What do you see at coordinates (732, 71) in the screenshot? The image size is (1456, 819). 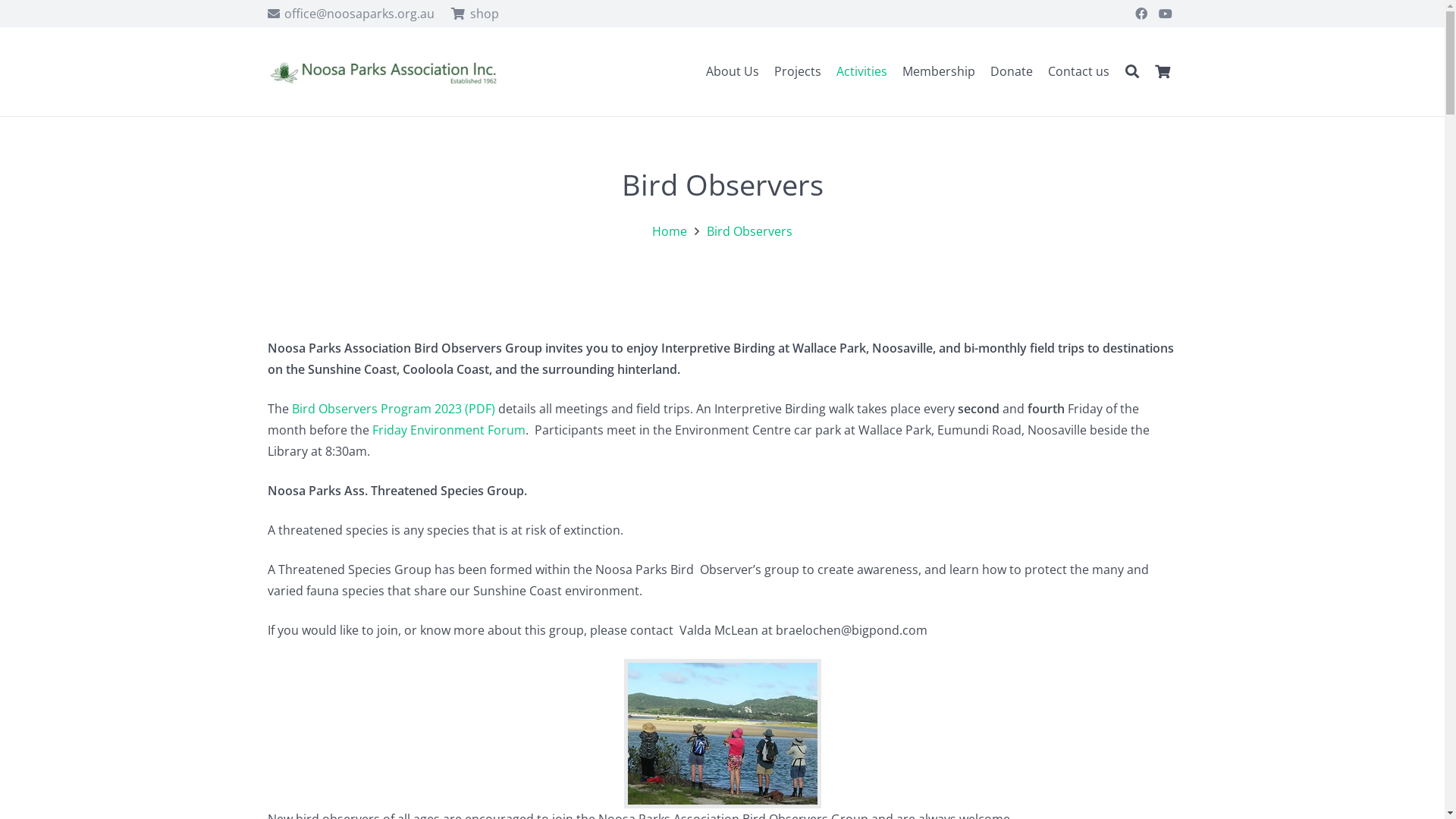 I see `'About Us'` at bounding box center [732, 71].